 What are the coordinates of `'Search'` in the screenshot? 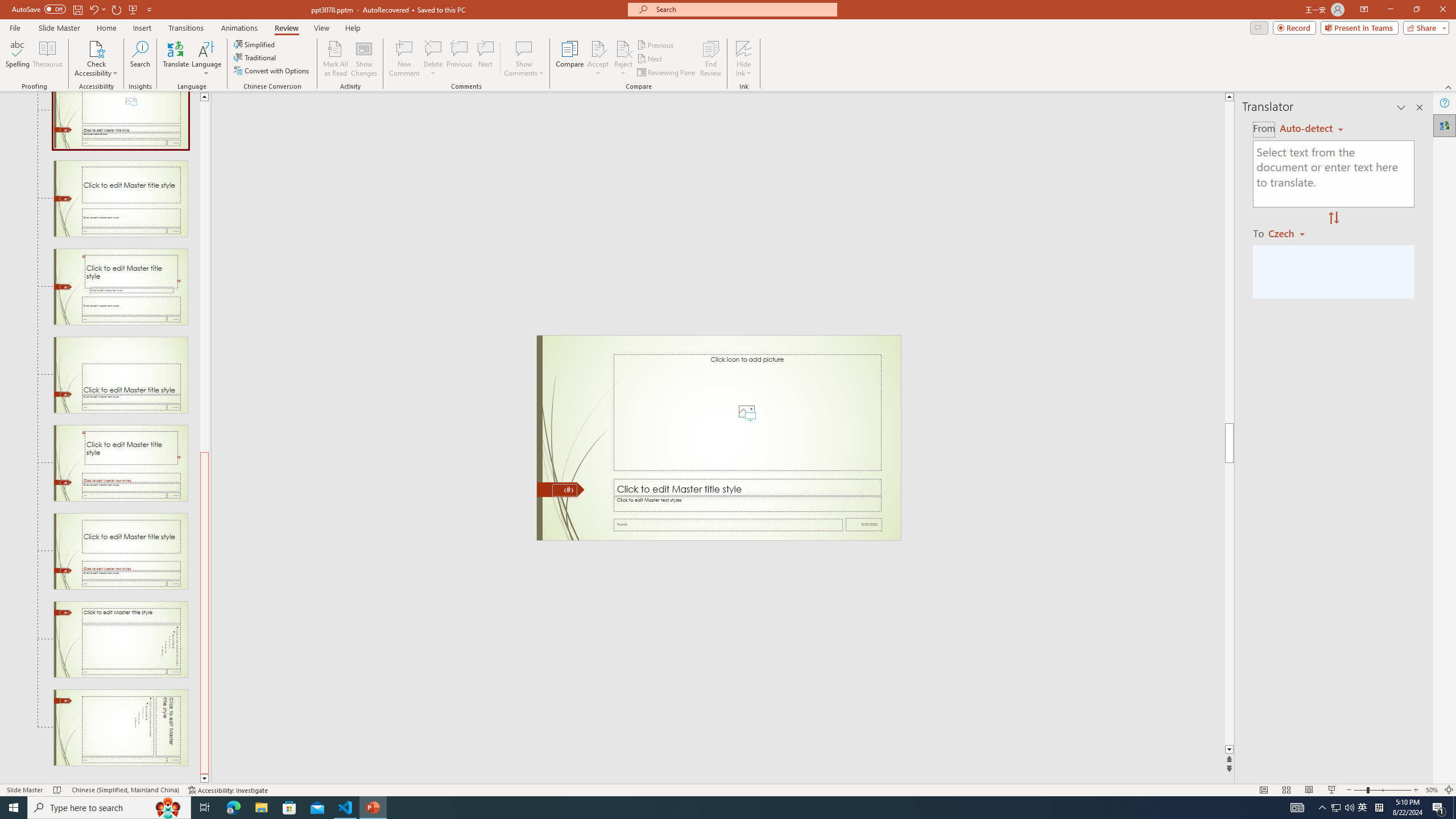 It's located at (140, 59).